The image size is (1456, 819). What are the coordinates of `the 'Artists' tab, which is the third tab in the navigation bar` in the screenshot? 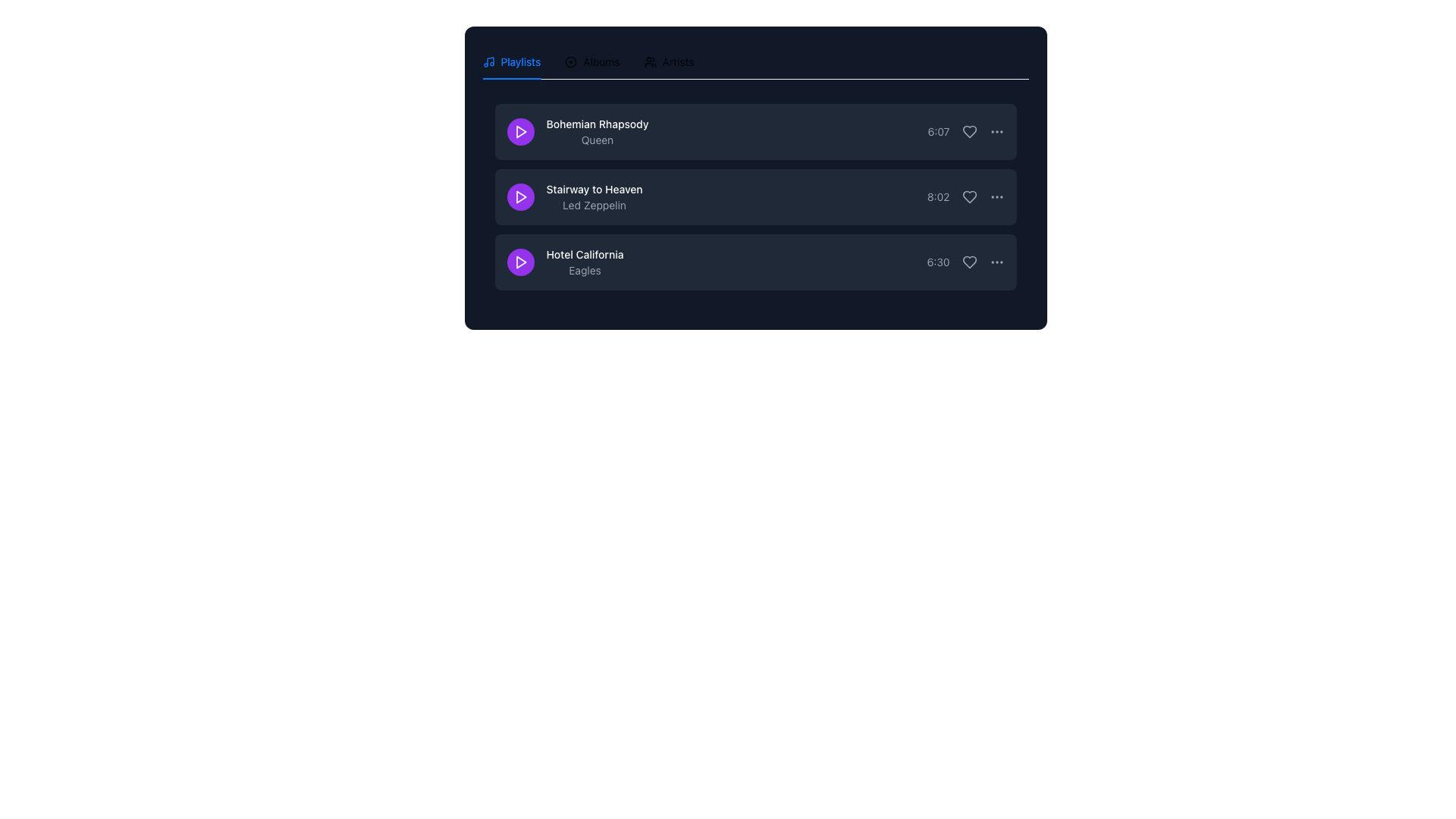 It's located at (668, 61).